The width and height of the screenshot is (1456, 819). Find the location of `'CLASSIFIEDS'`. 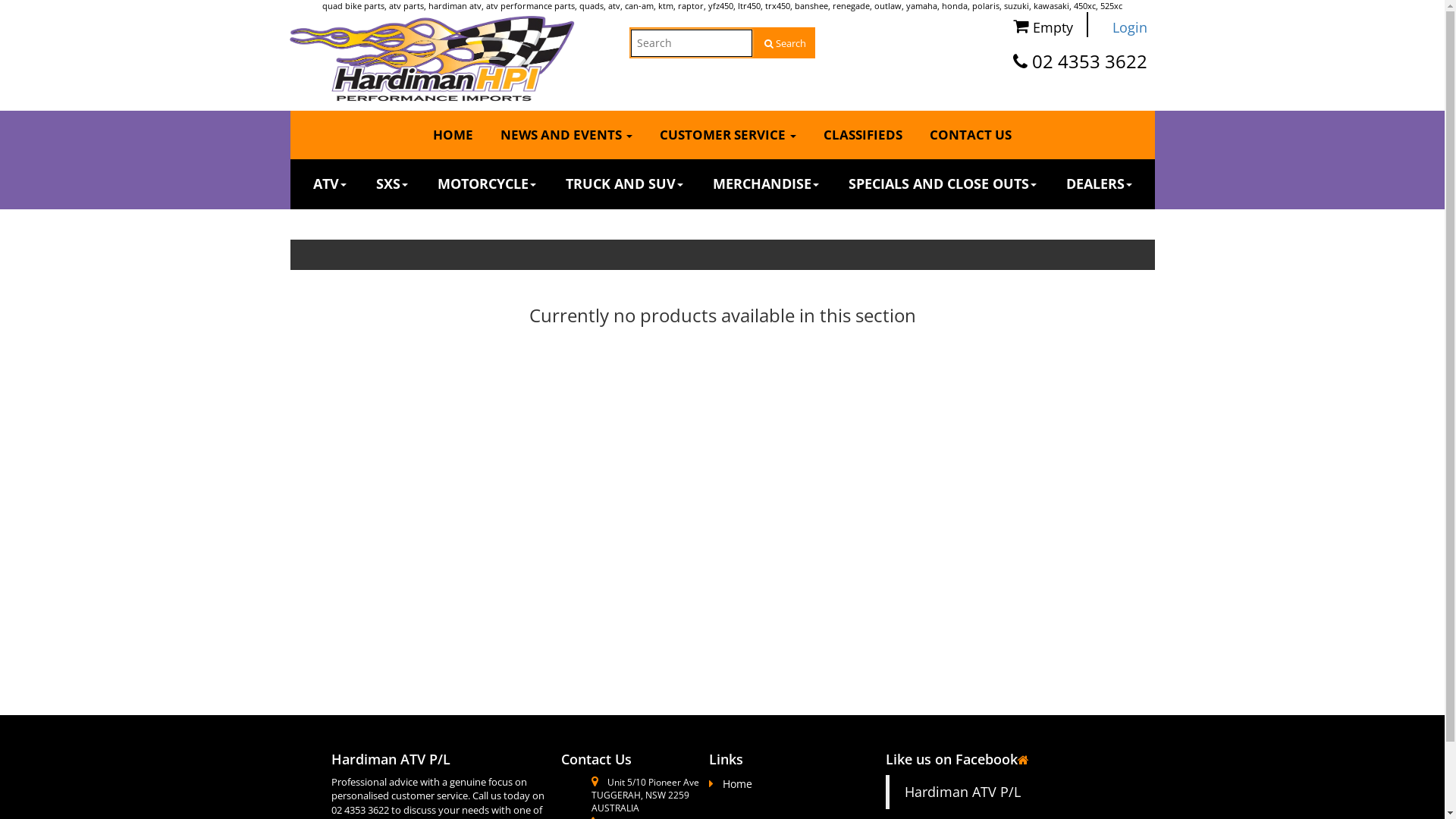

'CLASSIFIEDS' is located at coordinates (809, 133).